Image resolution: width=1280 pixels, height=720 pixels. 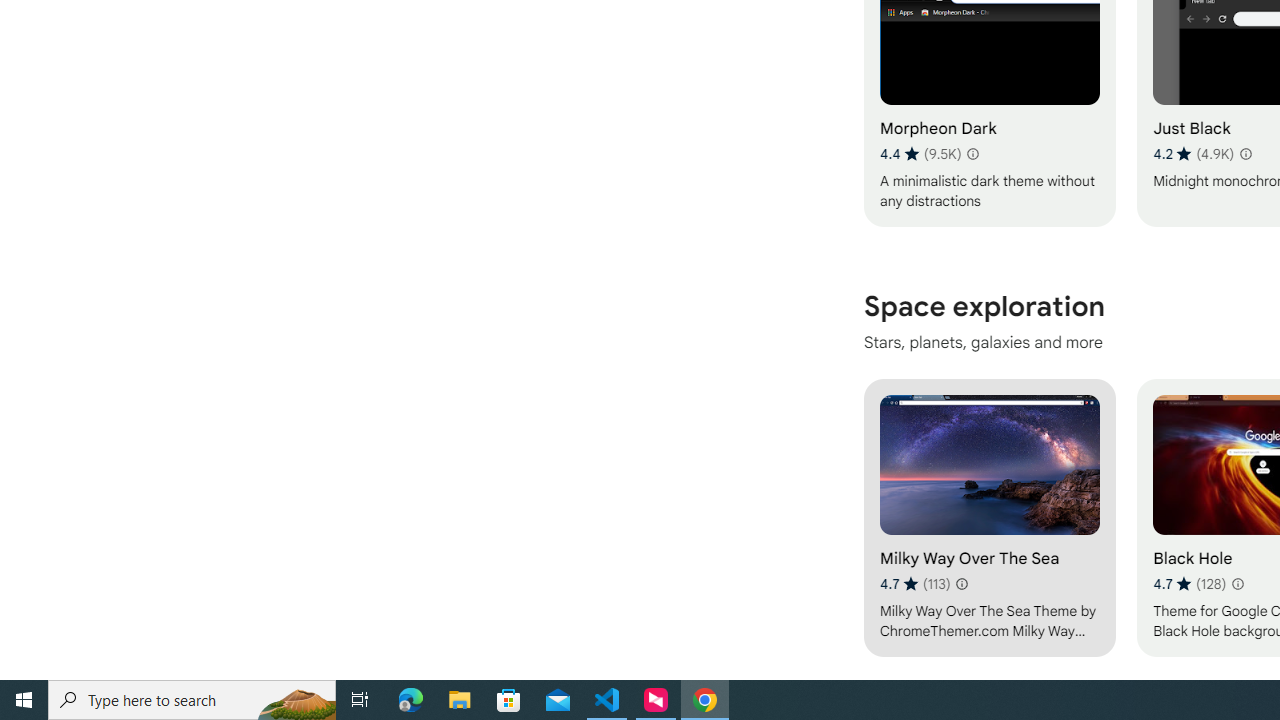 I want to click on 'Average rating 4.4 out of 5 stars. 9.5K ratings.', so click(x=919, y=153).